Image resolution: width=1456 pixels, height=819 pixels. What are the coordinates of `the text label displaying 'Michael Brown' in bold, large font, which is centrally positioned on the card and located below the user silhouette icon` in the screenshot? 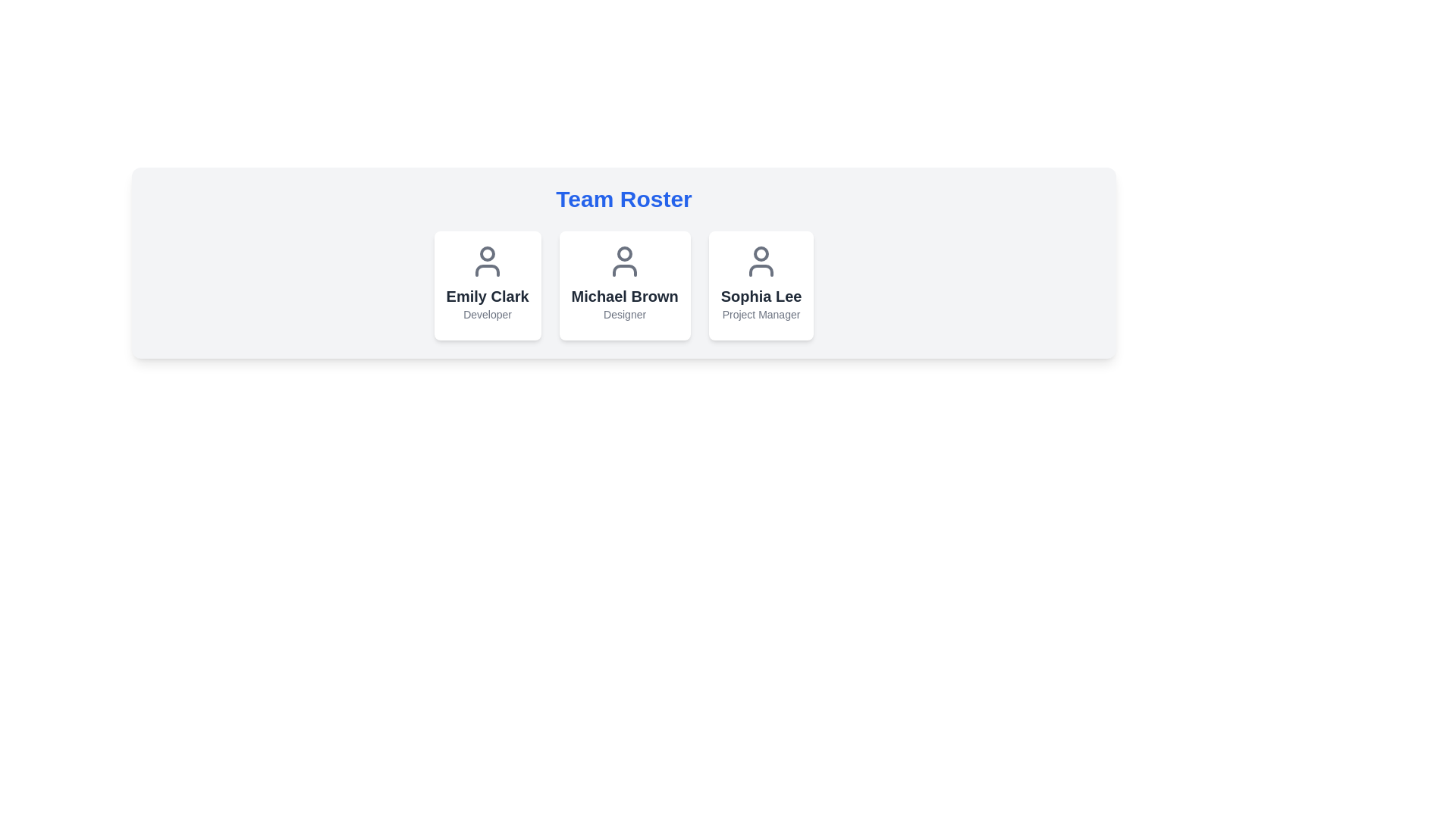 It's located at (625, 296).